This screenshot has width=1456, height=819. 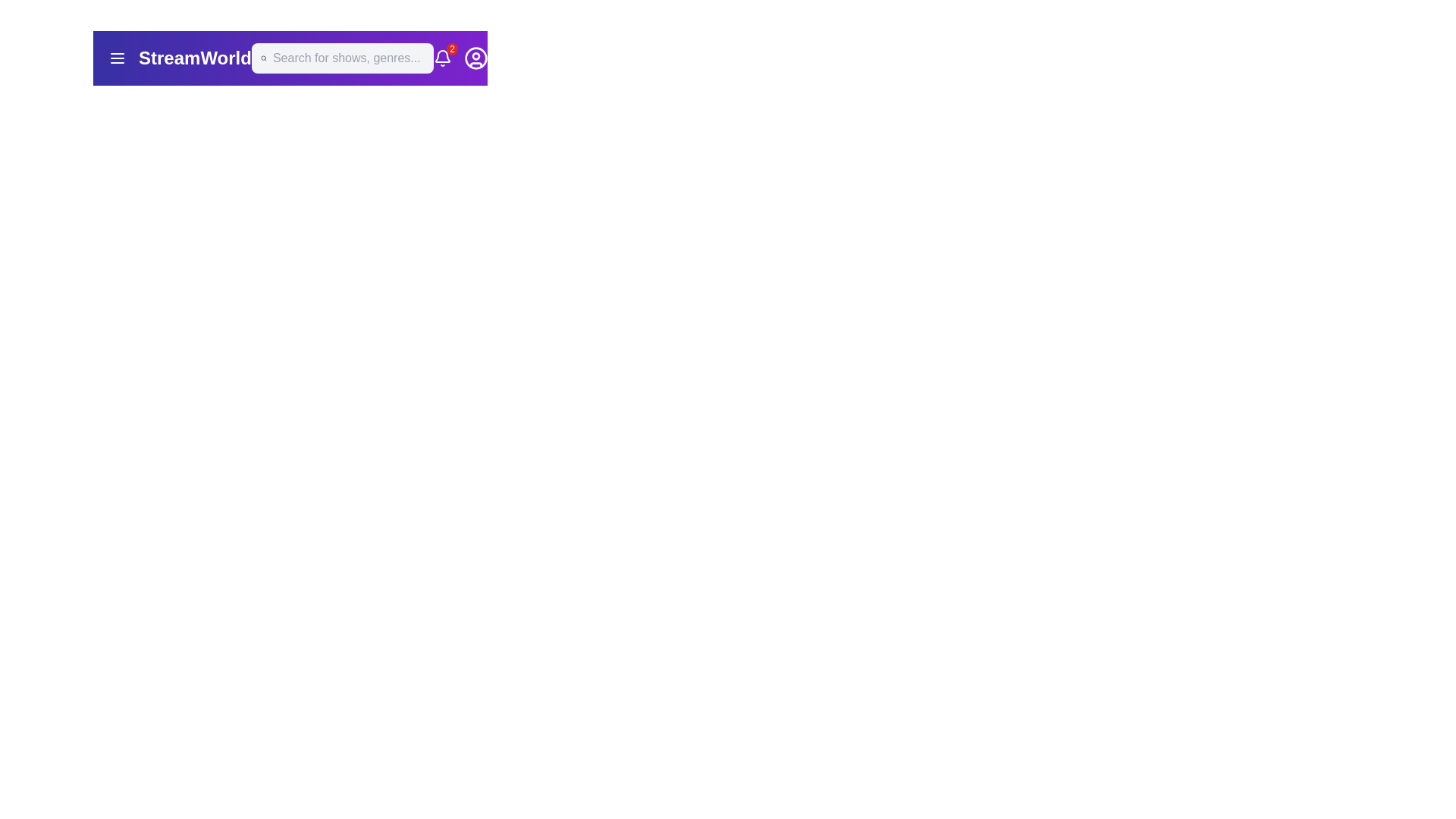 What do you see at coordinates (341, 58) in the screenshot?
I see `the search bar located in the upper center of the purple navigation header` at bounding box center [341, 58].